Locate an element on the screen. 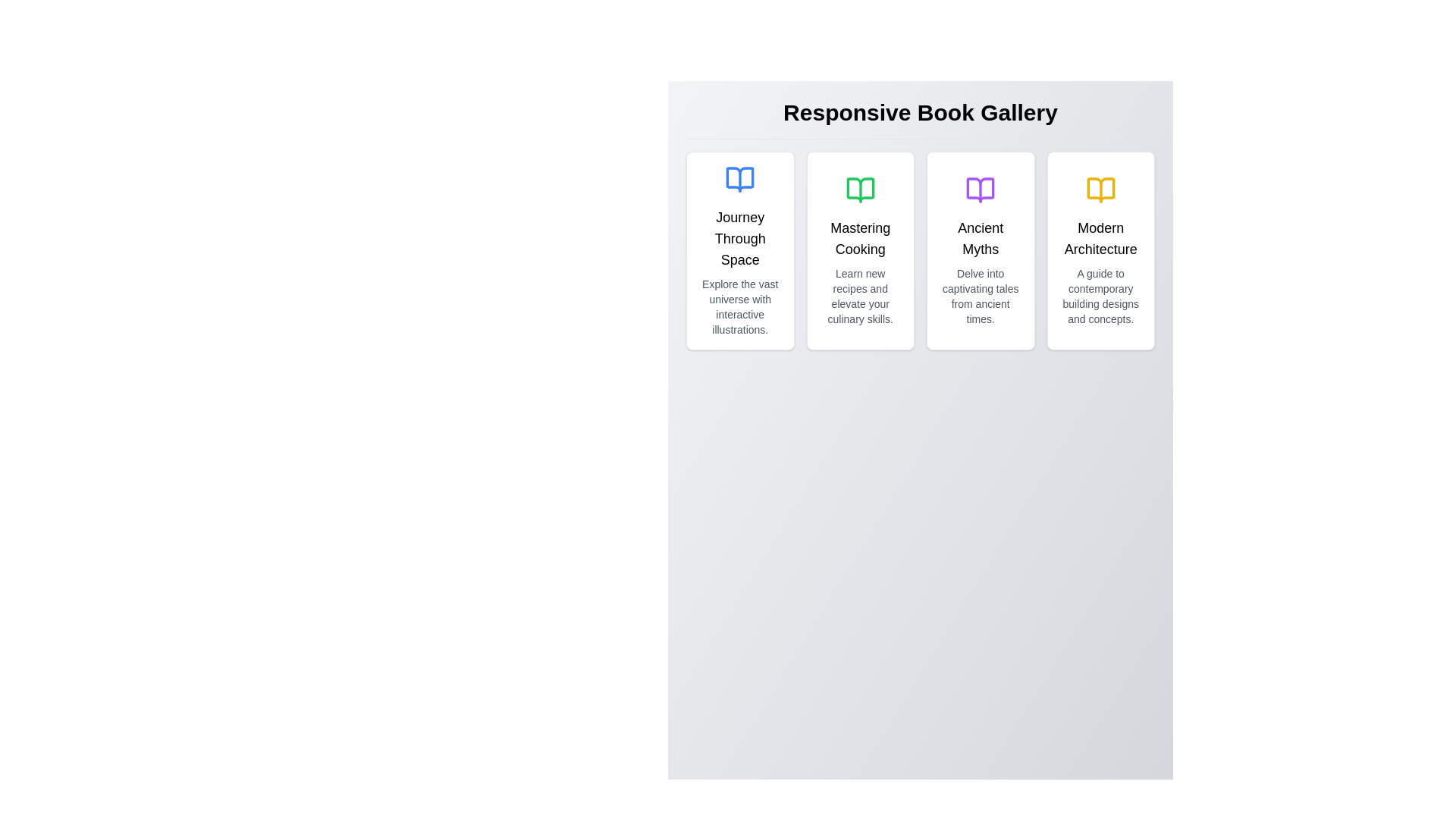 The height and width of the screenshot is (819, 1456). the open book icon, which is styled in purple and located at the top center of the card labeled 'Ancient Myths' is located at coordinates (981, 189).